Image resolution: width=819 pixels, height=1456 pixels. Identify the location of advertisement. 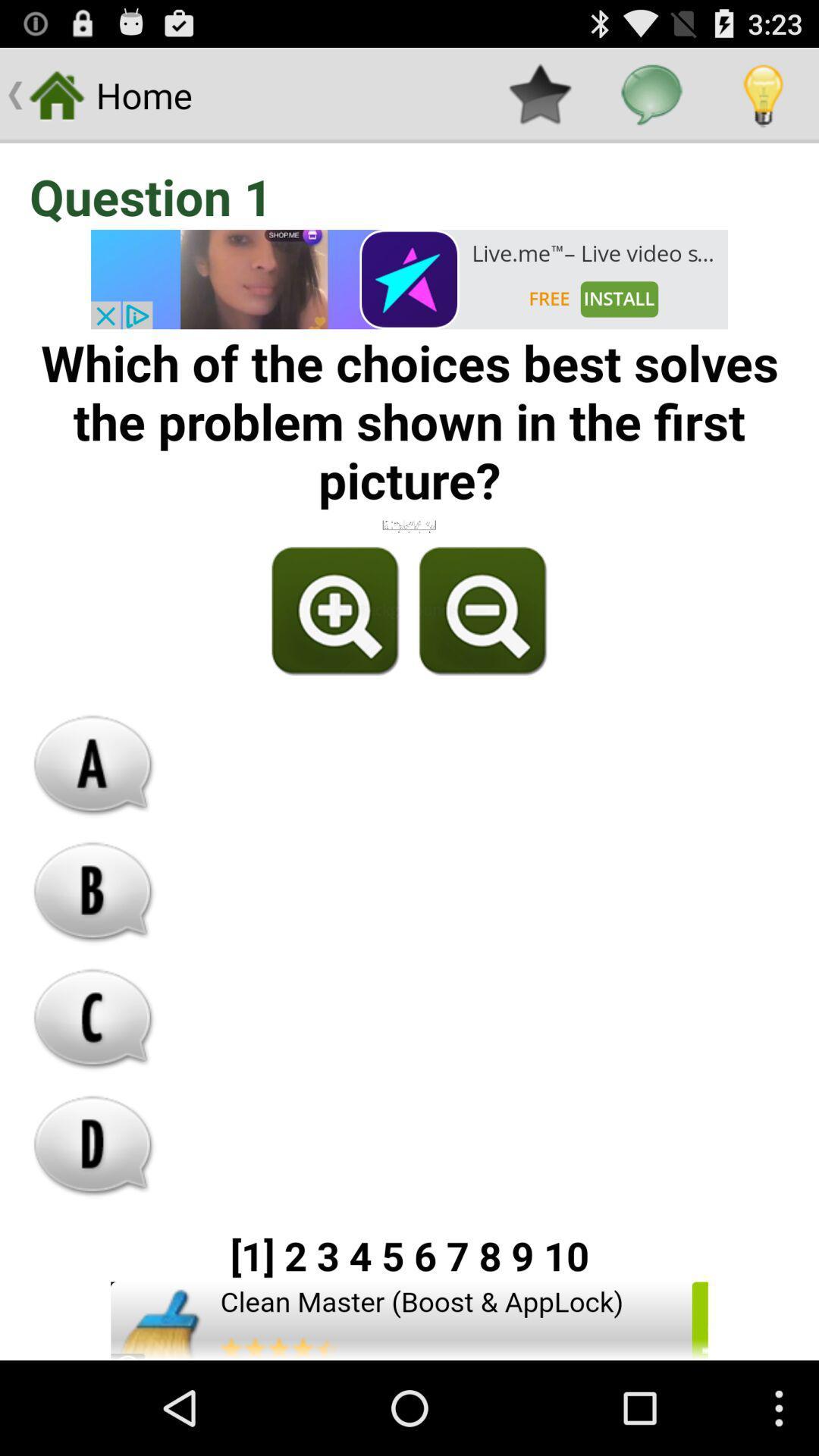
(409, 1320).